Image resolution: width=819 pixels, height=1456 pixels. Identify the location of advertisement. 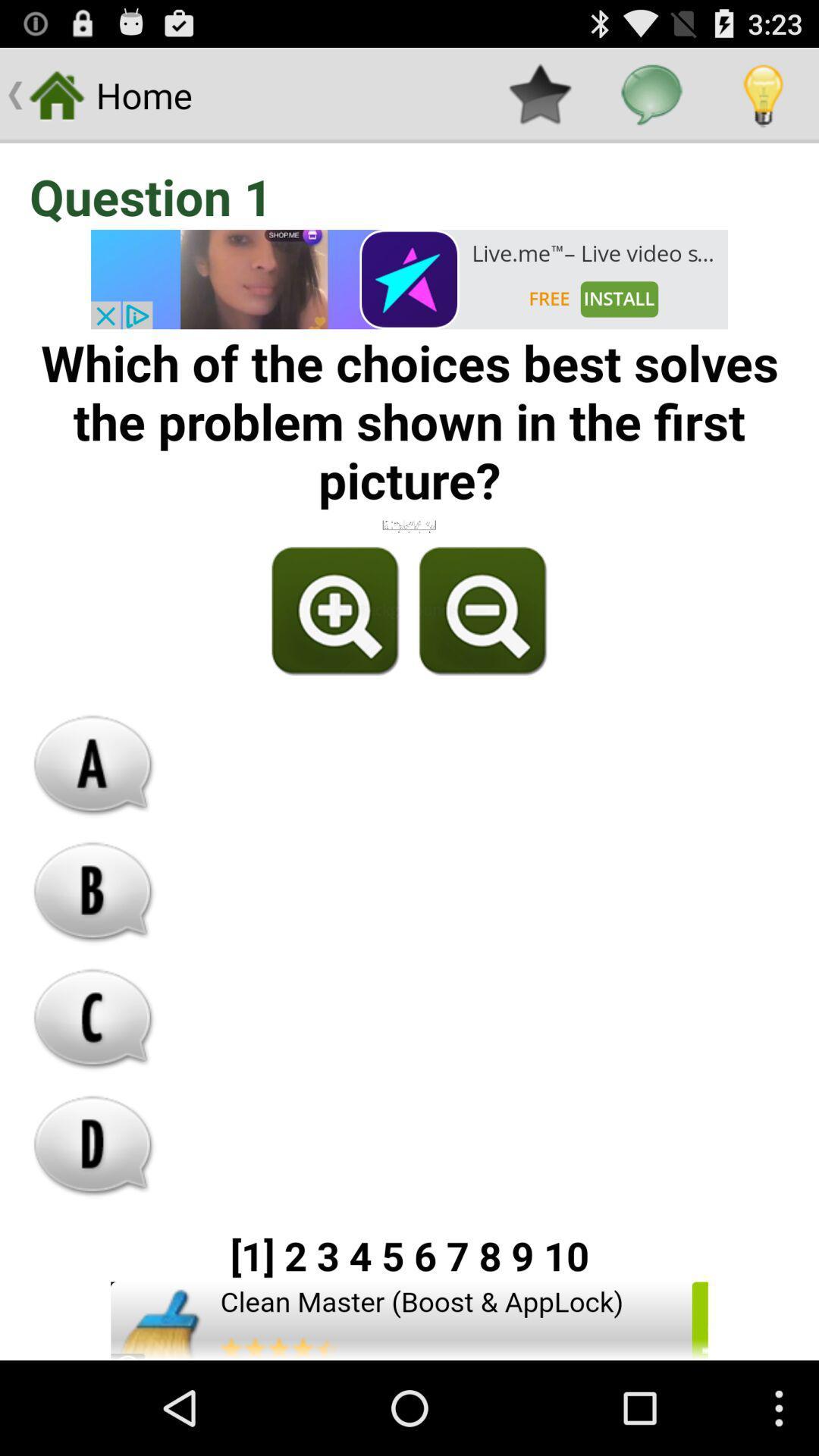
(409, 1320).